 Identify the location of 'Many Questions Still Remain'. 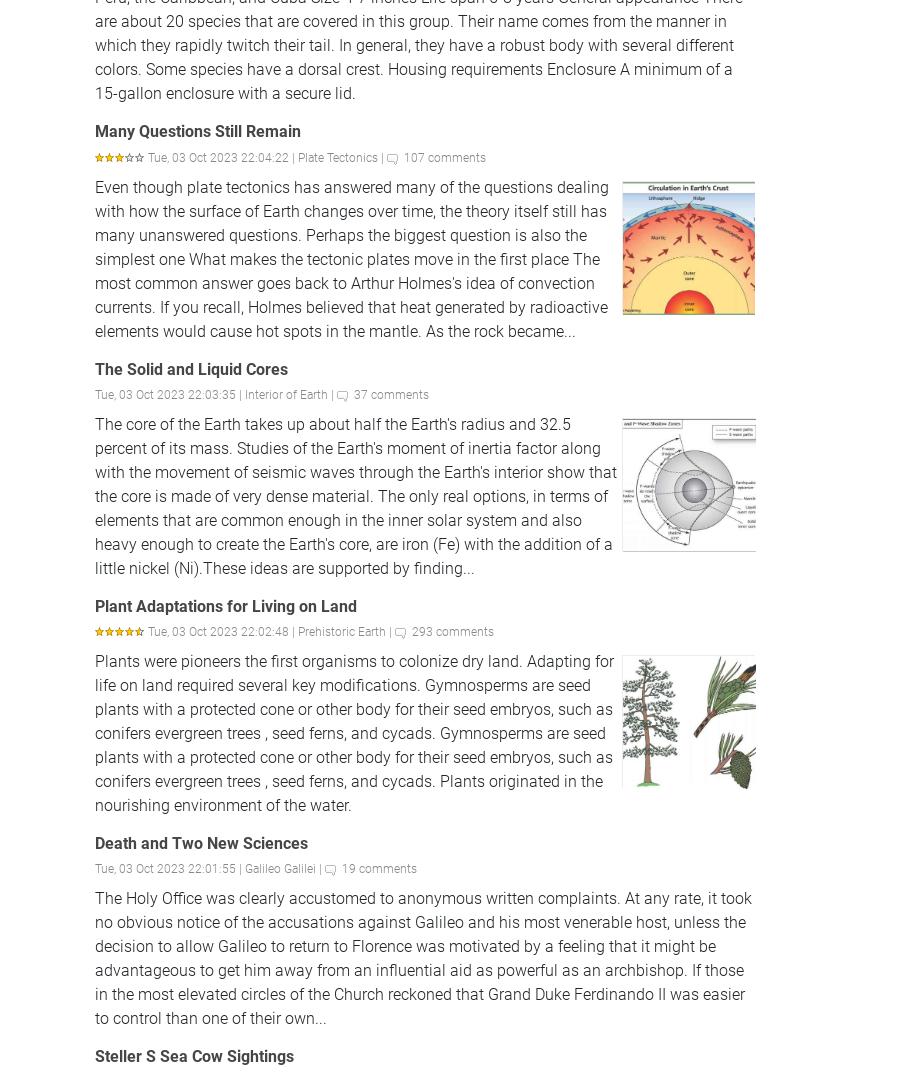
(197, 131).